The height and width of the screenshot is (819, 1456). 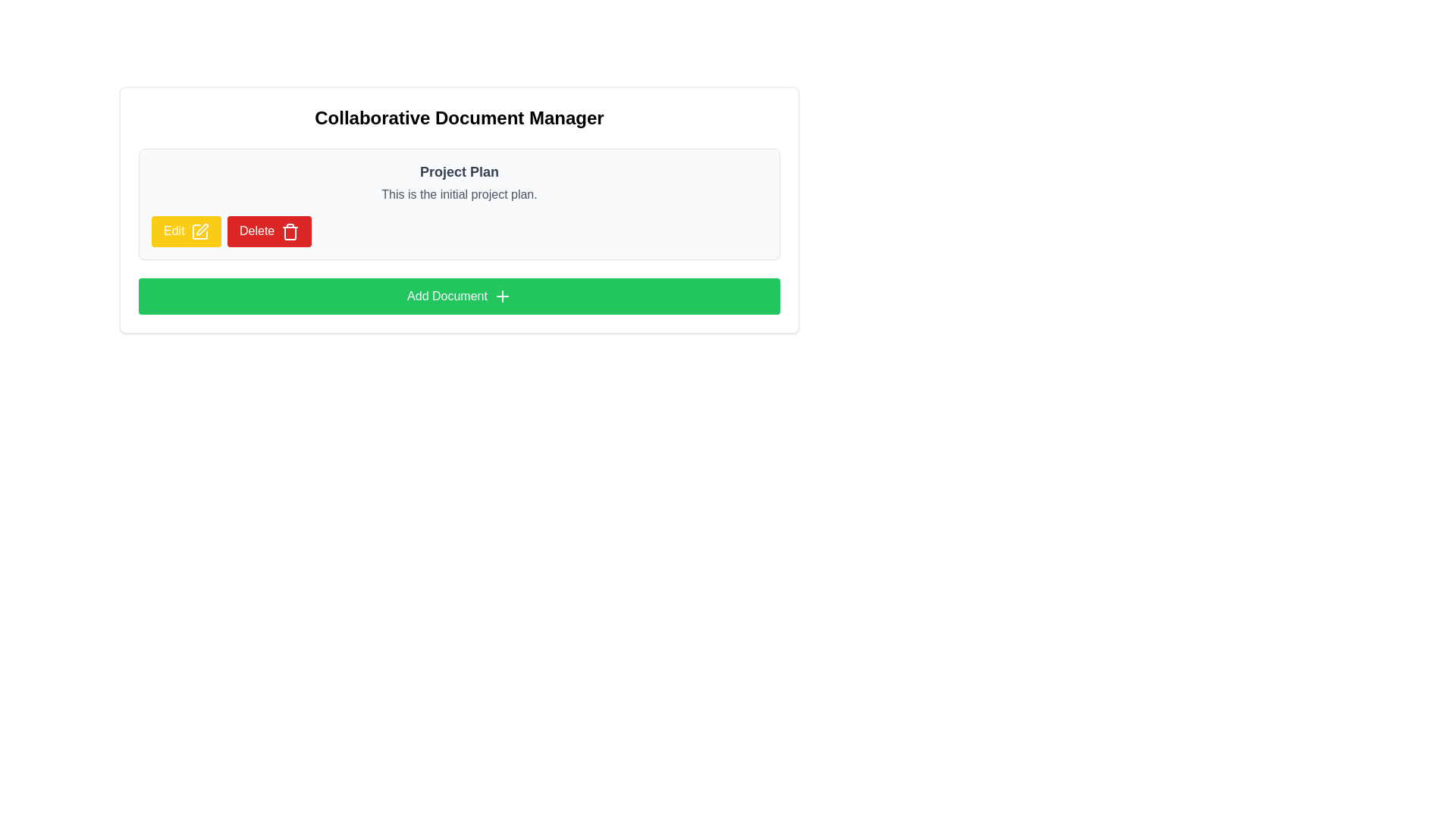 What do you see at coordinates (199, 231) in the screenshot?
I see `the edit icon located on the right side of the yellow 'Edit' button` at bounding box center [199, 231].